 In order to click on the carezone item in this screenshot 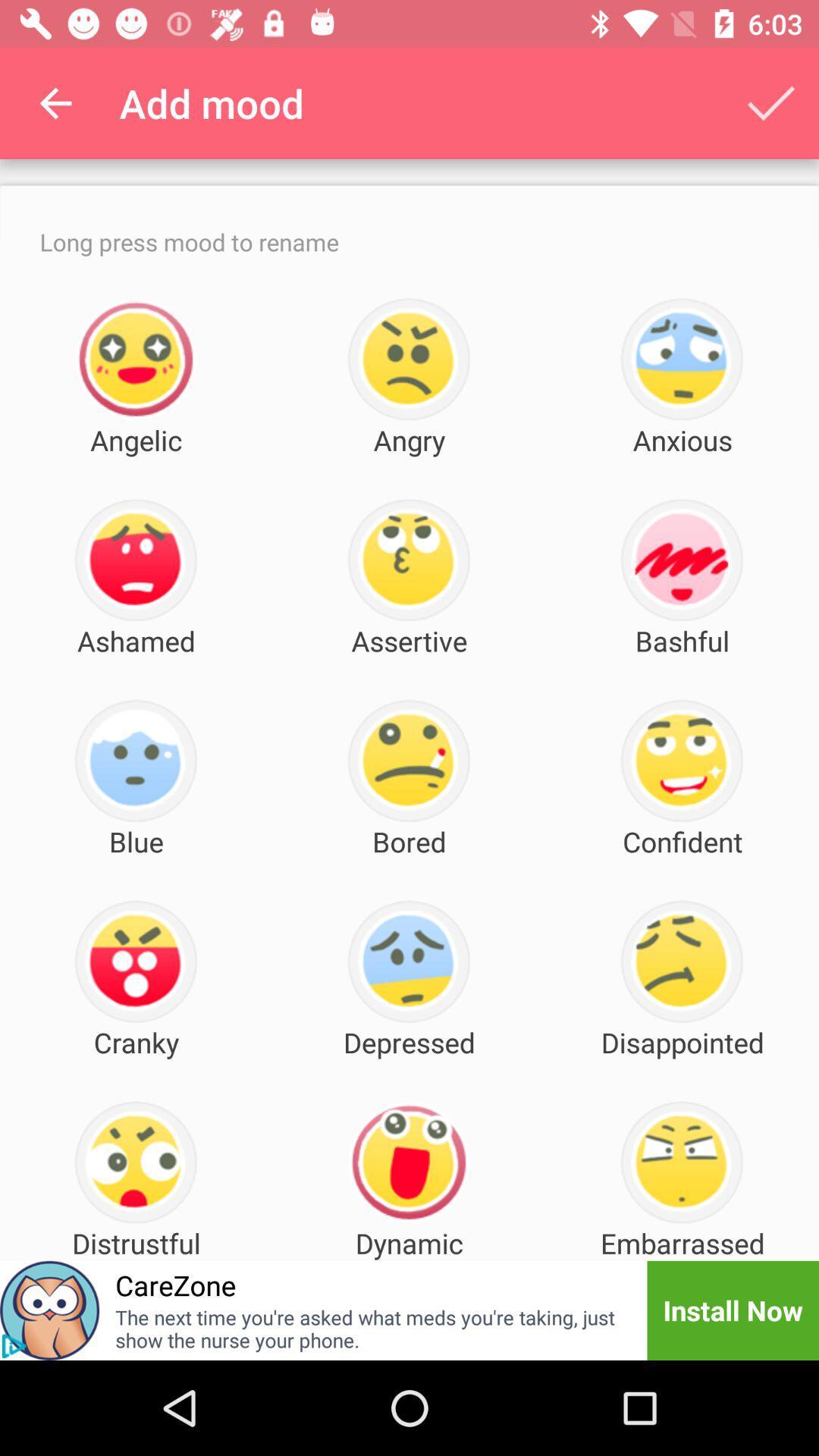, I will do `click(174, 1284)`.